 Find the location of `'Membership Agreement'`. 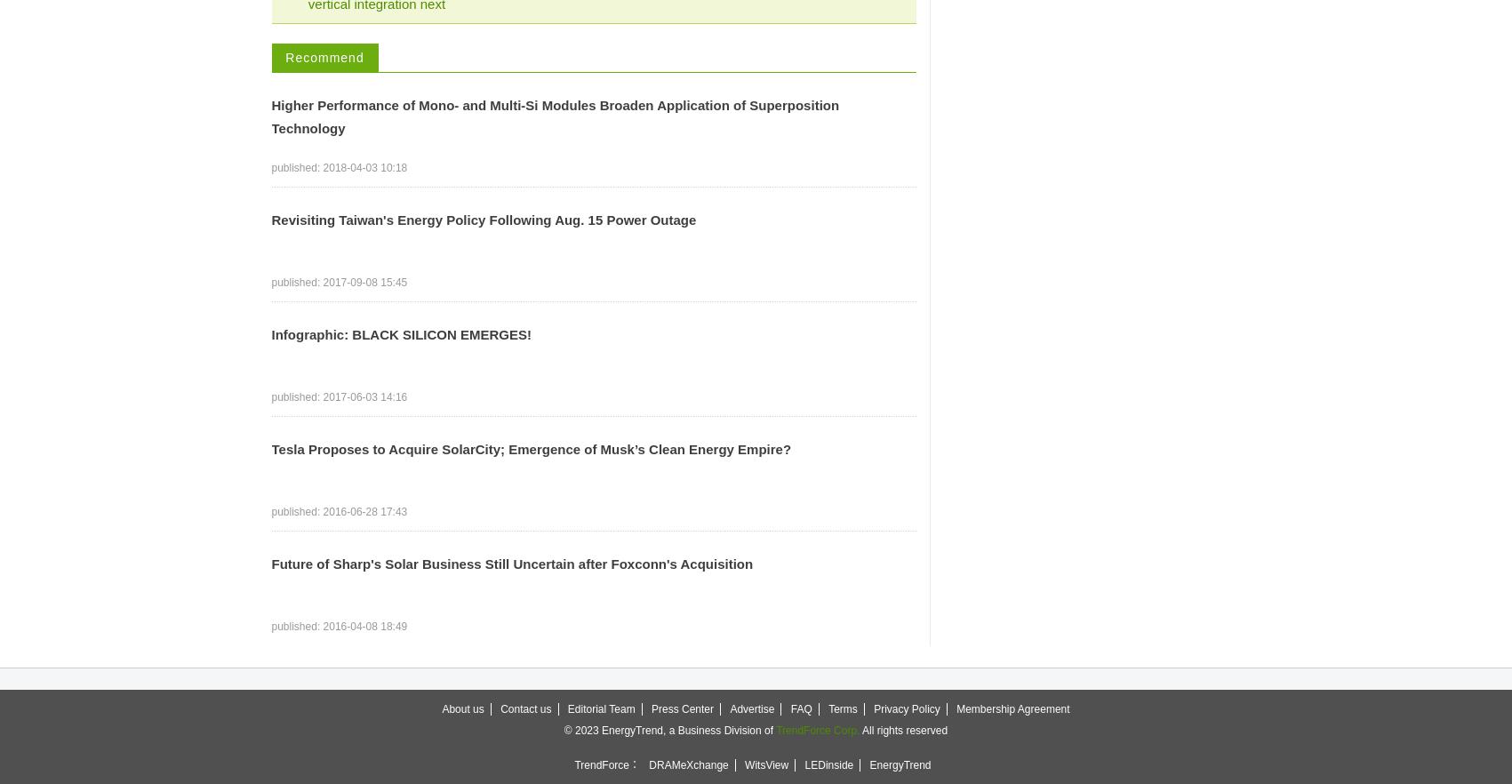

'Membership Agreement' is located at coordinates (956, 708).